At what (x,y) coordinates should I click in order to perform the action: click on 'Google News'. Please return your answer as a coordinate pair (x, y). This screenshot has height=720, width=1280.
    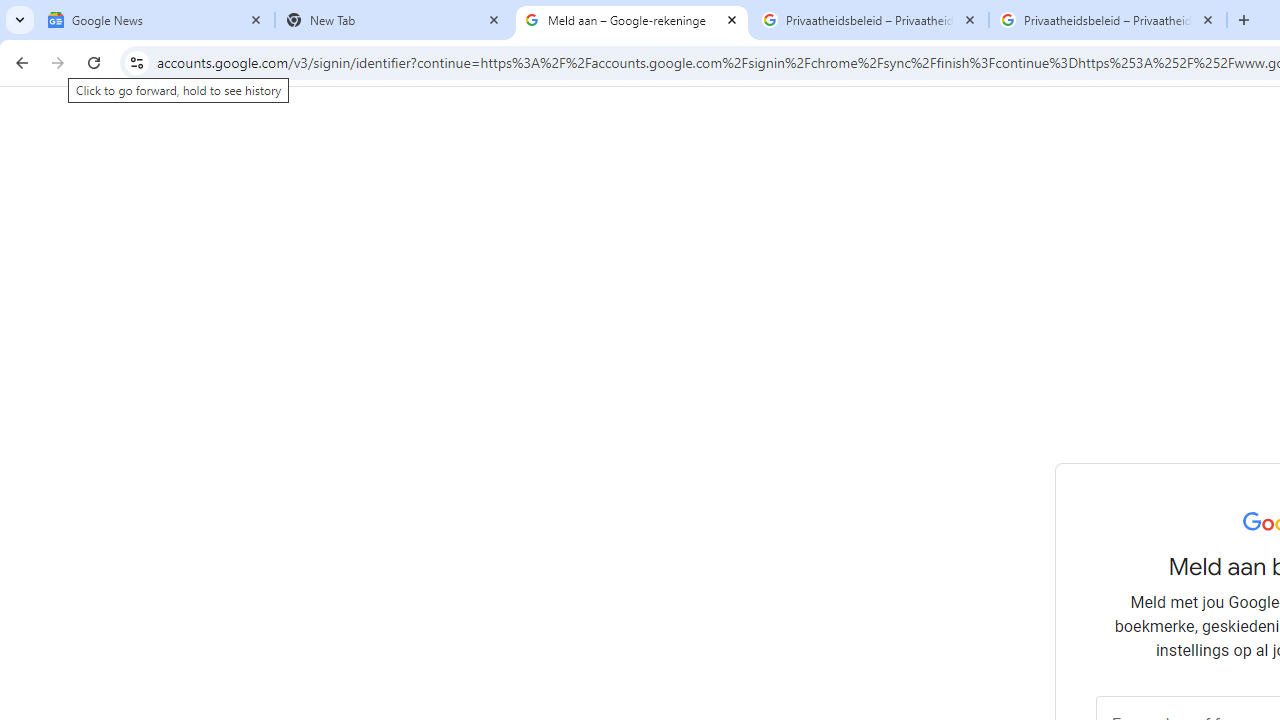
    Looking at the image, I should click on (155, 20).